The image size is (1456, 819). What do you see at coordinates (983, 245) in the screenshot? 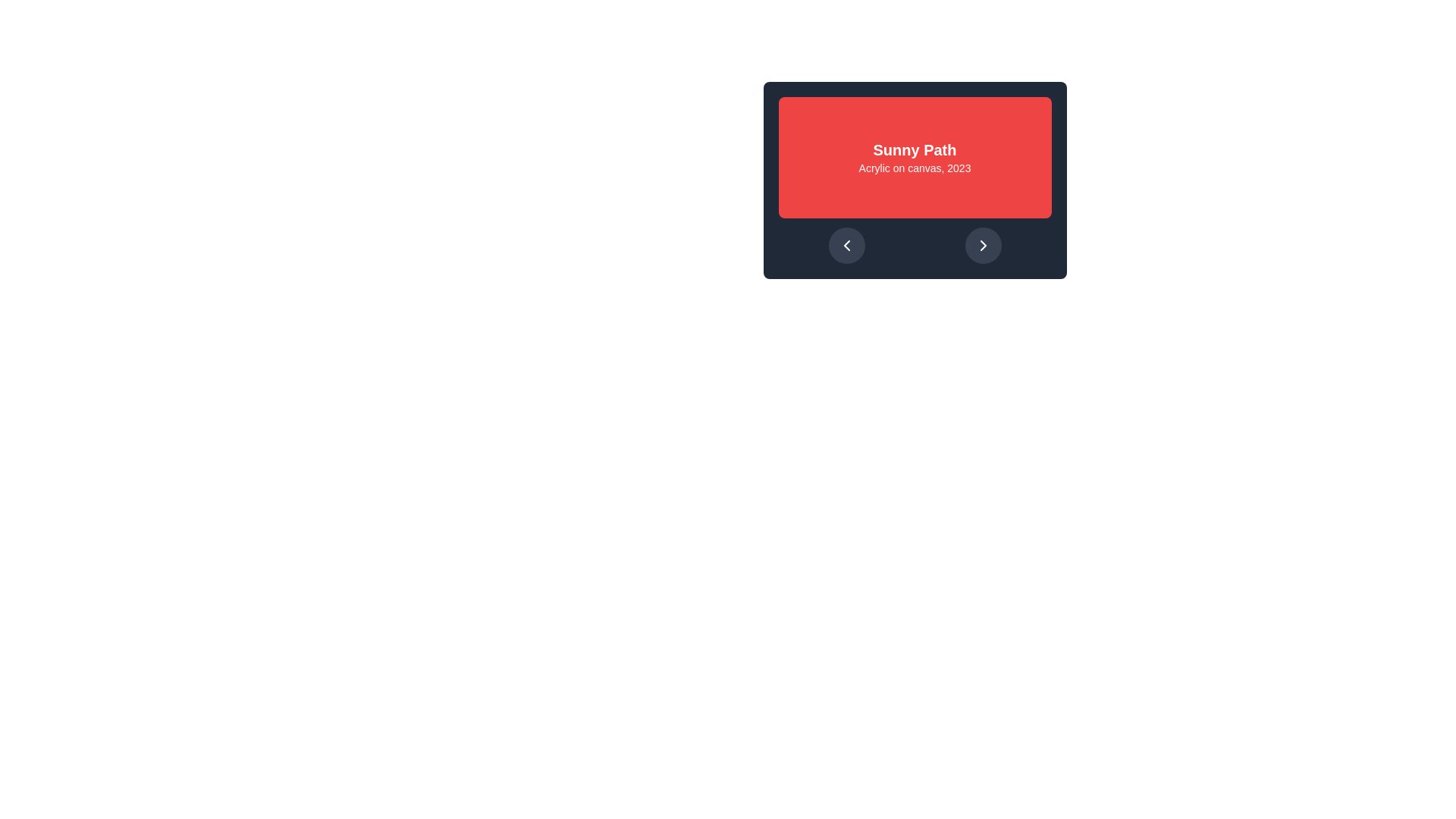
I see `the chevron right-arrow icon located in the bottom-right section of a black rectangular area` at bounding box center [983, 245].